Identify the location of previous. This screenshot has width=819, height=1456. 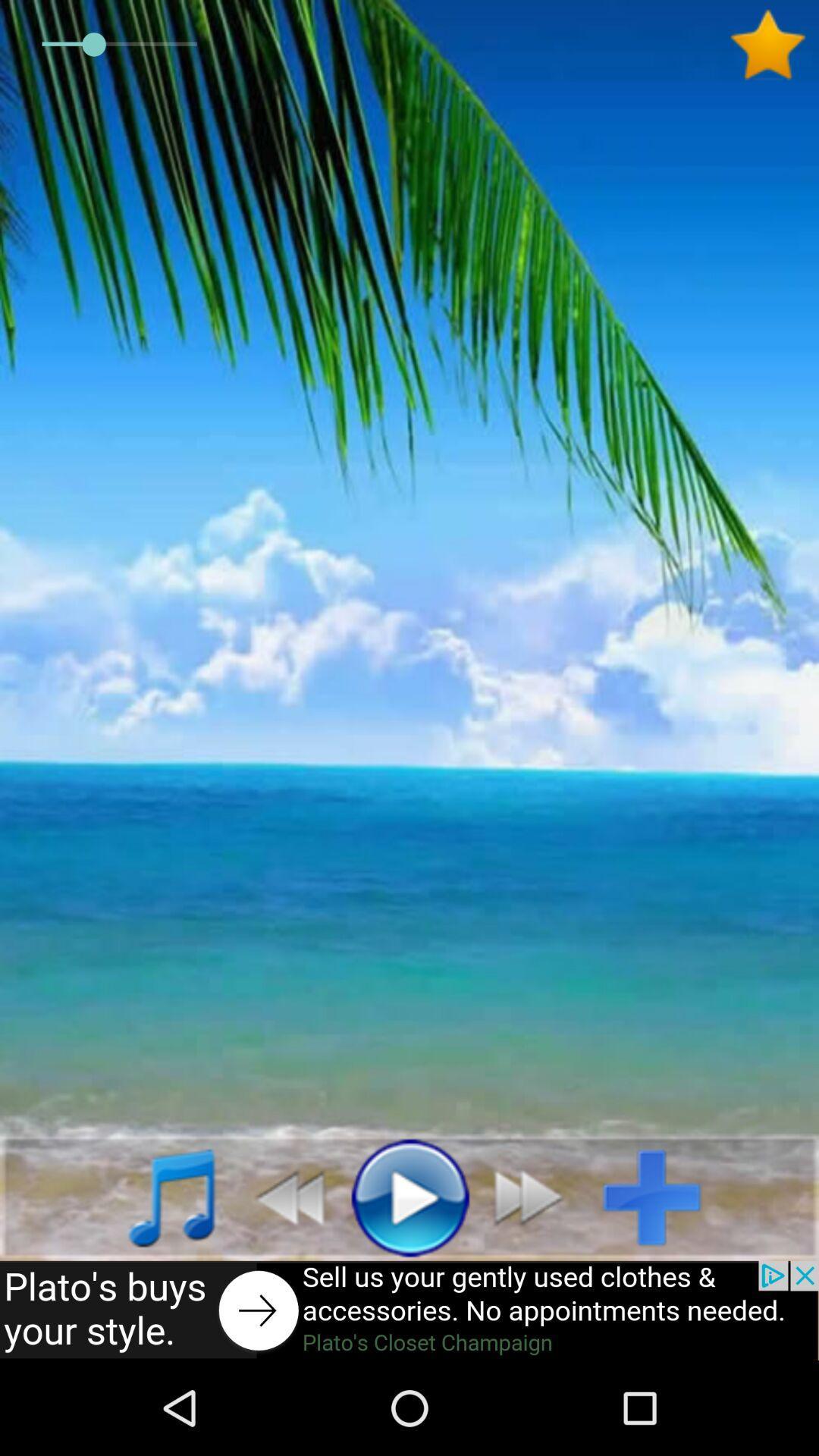
(536, 1196).